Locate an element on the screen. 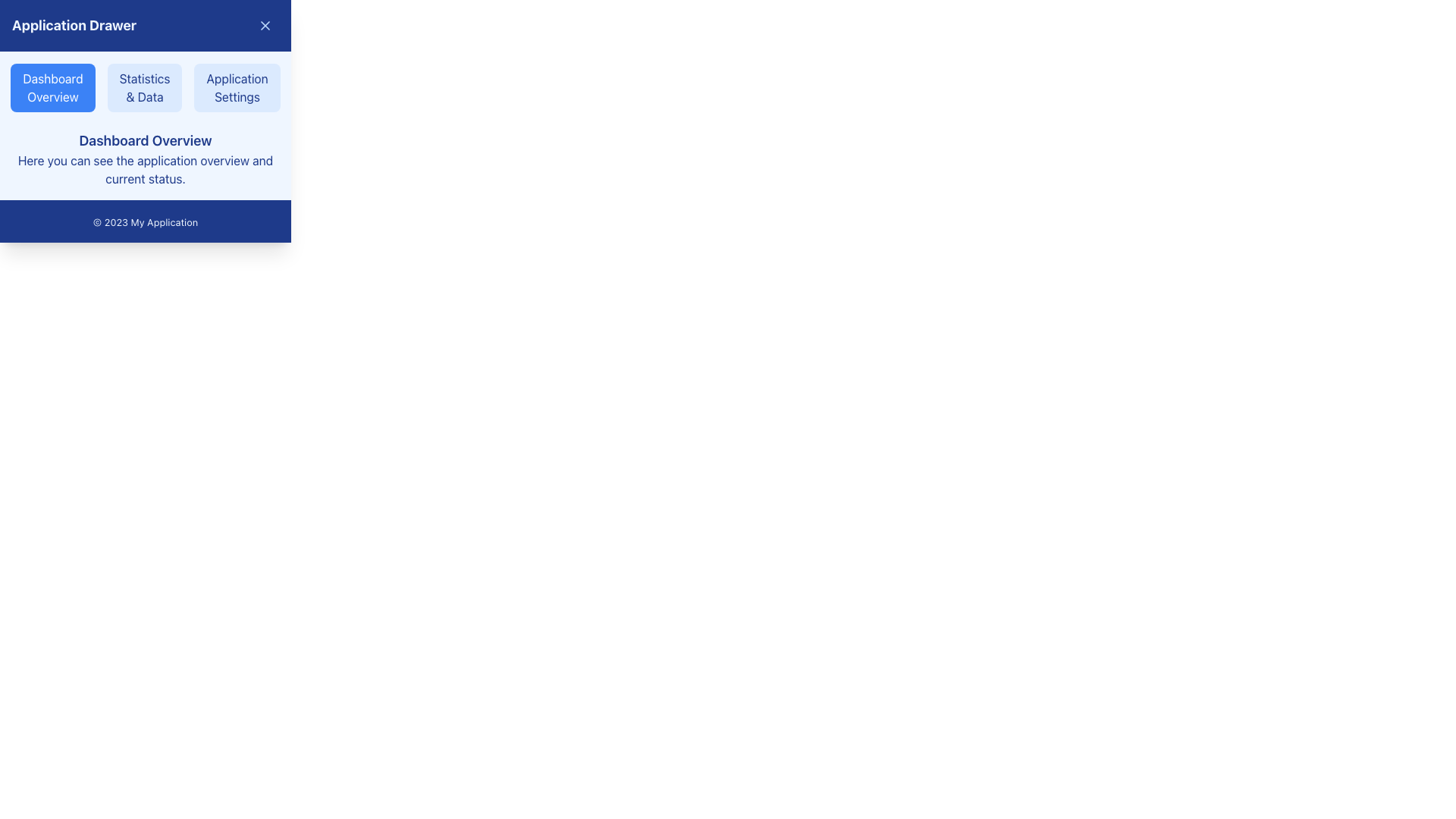  the Navigation Menu element containing three buttons labeled 'Dashboard Overview', 'Statistics & Data', and 'Application Settings' is located at coordinates (146, 87).